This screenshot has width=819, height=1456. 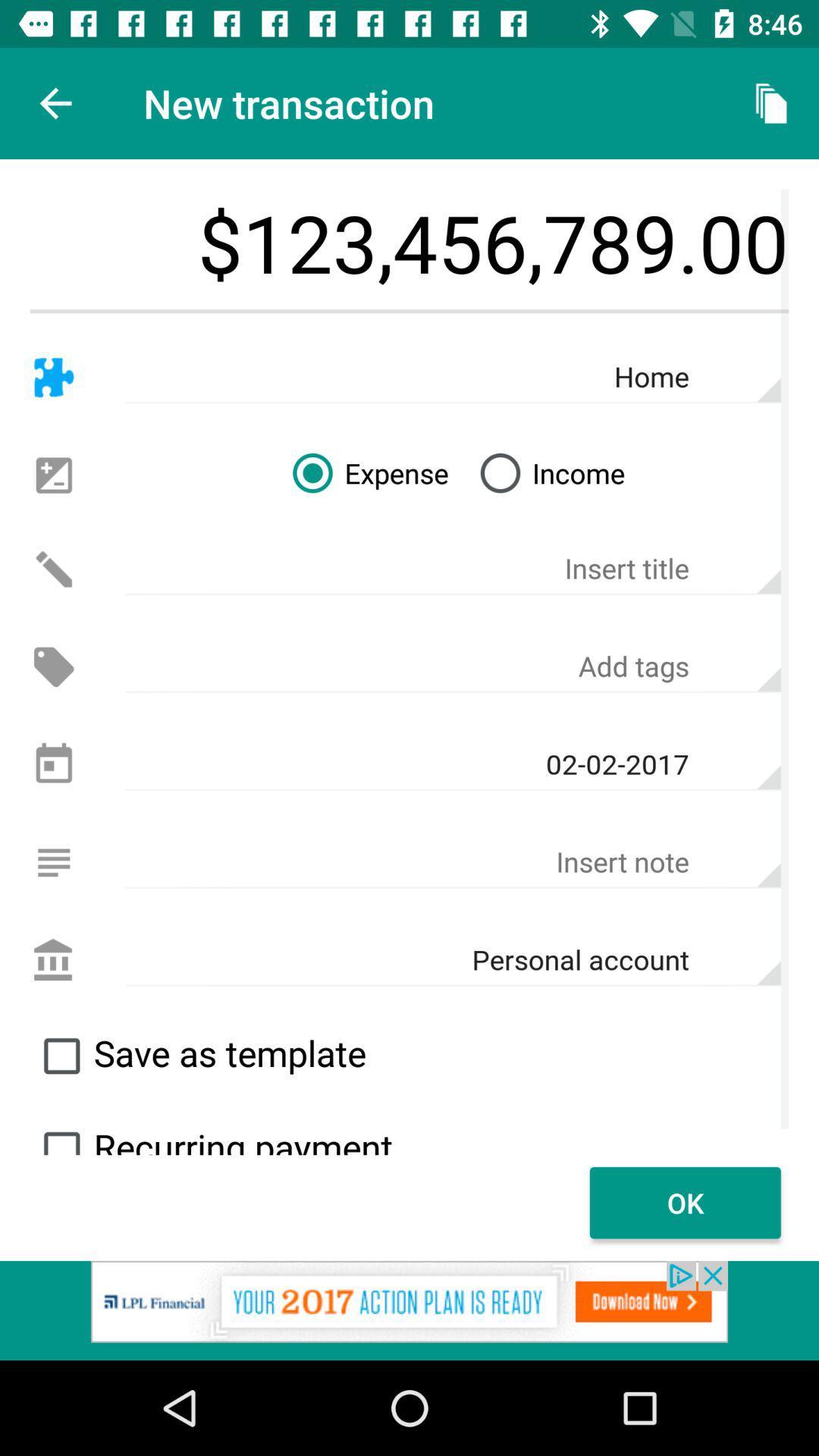 I want to click on personal account, so click(x=53, y=959).